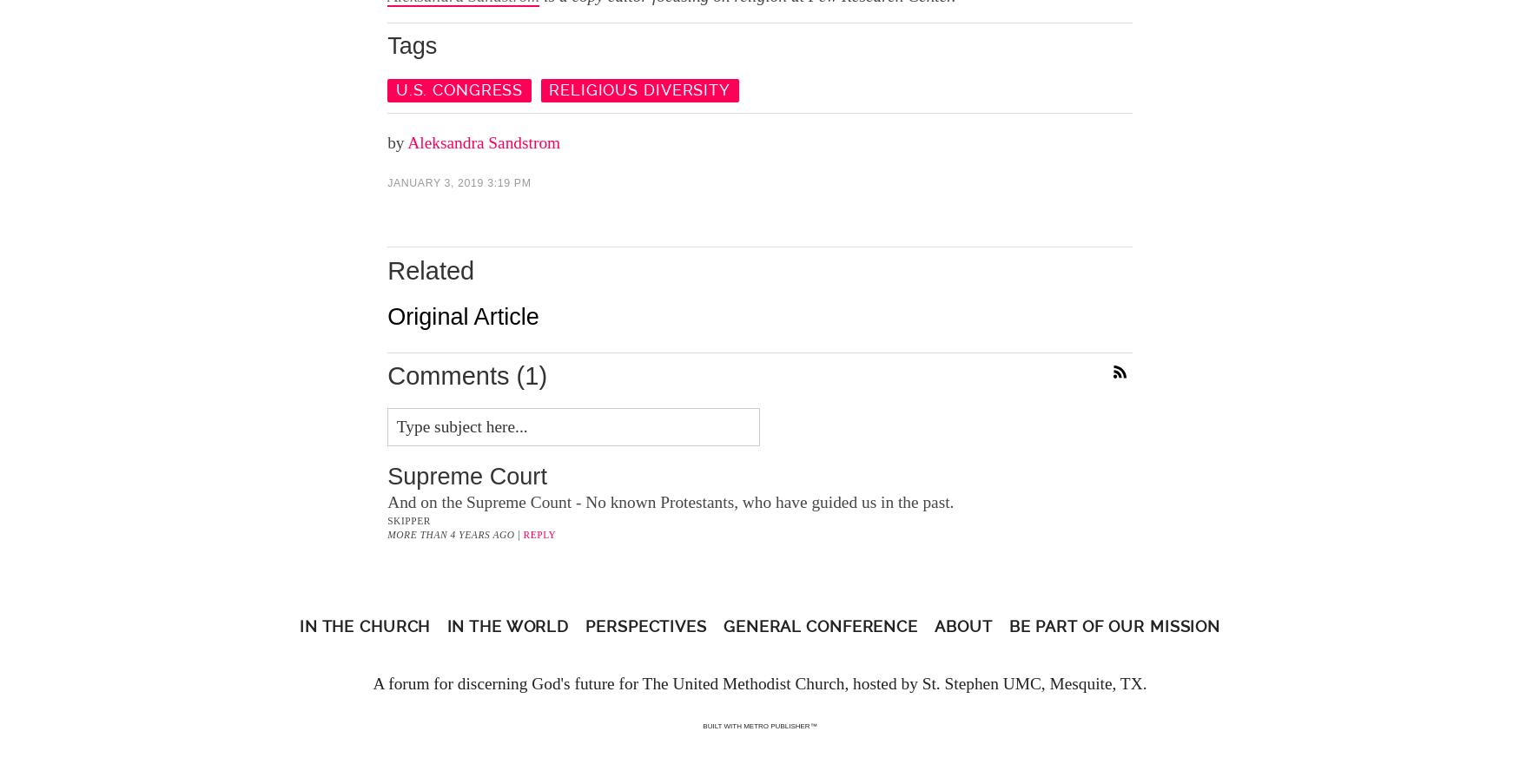 The image size is (1520, 784). Describe the element at coordinates (412, 44) in the screenshot. I see `'Tags'` at that location.